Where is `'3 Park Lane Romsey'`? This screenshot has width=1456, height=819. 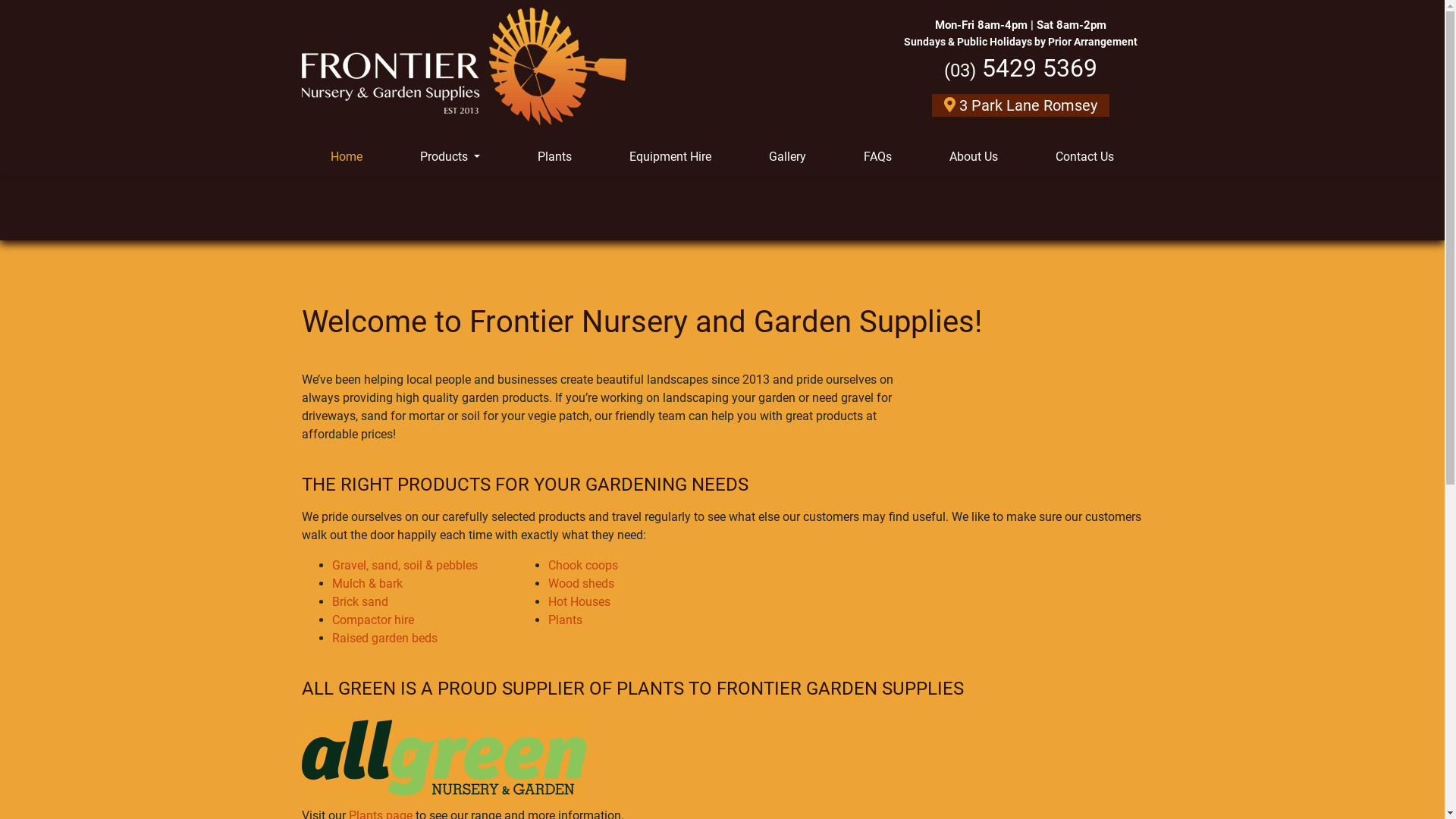
'3 Park Lane Romsey' is located at coordinates (1019, 104).